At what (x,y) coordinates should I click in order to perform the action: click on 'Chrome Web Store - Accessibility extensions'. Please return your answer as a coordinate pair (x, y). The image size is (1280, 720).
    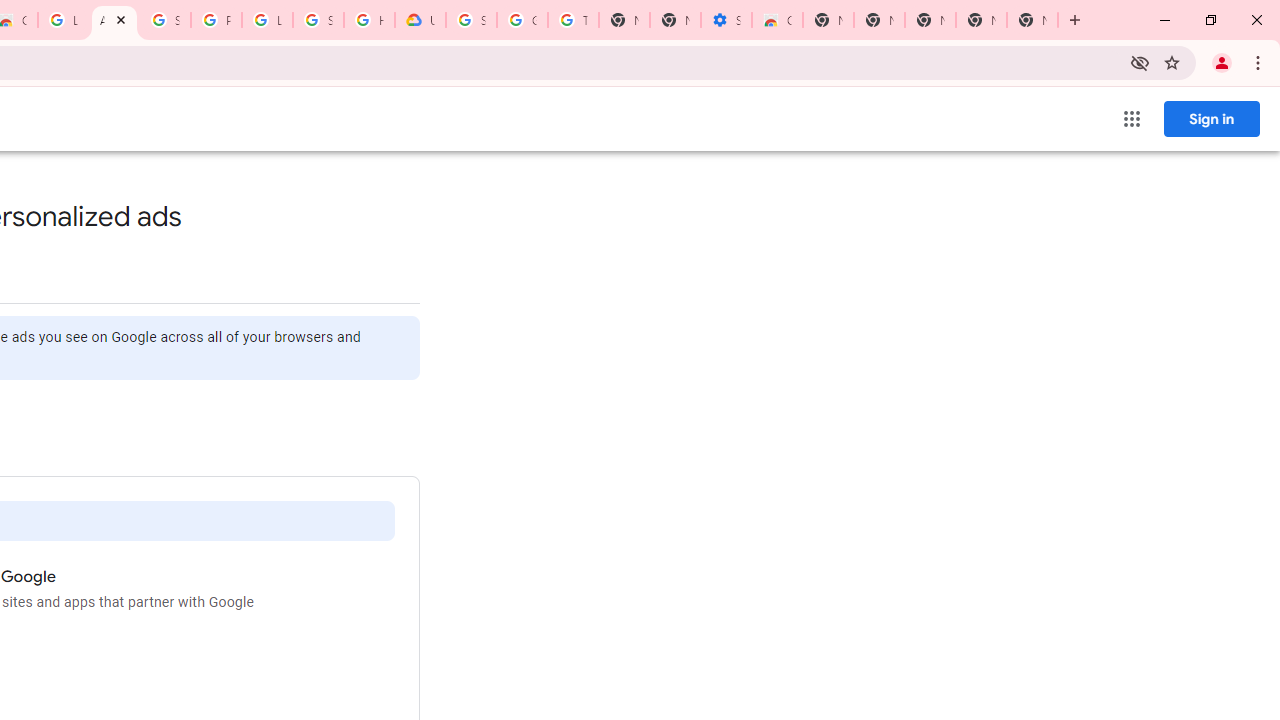
    Looking at the image, I should click on (775, 20).